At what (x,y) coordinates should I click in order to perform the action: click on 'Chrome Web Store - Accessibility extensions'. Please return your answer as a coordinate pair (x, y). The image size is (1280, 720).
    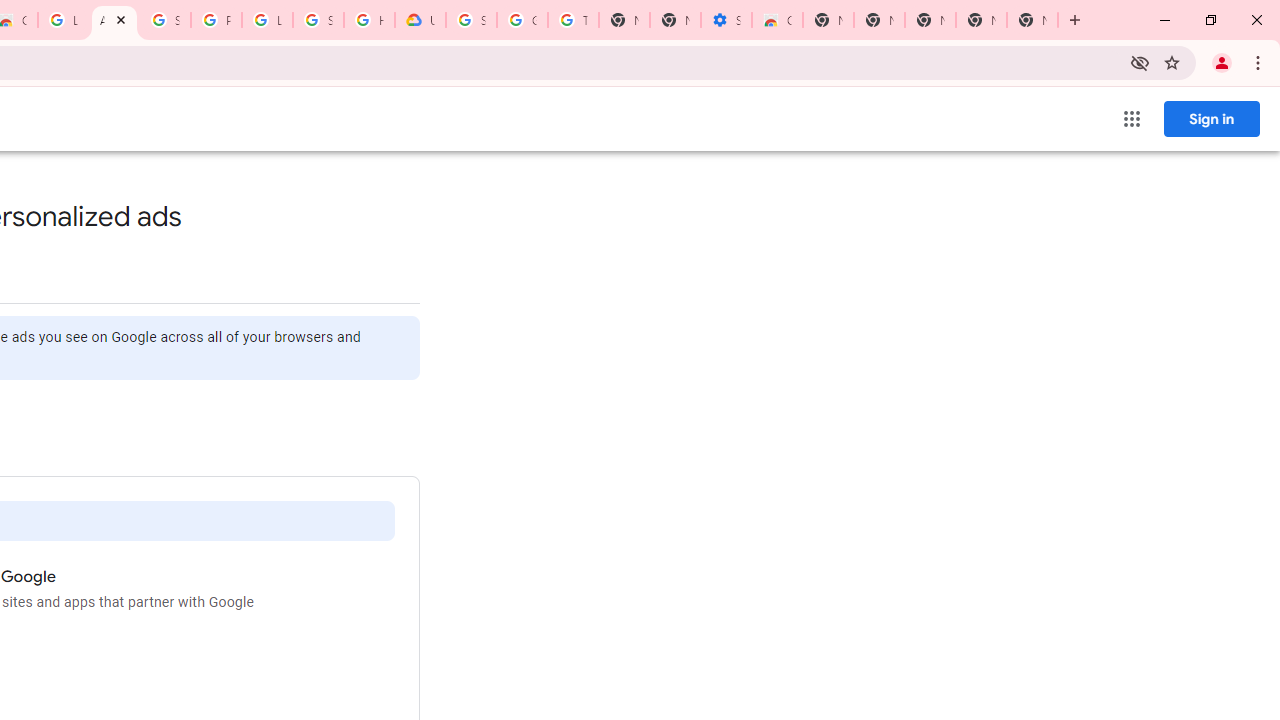
    Looking at the image, I should click on (775, 20).